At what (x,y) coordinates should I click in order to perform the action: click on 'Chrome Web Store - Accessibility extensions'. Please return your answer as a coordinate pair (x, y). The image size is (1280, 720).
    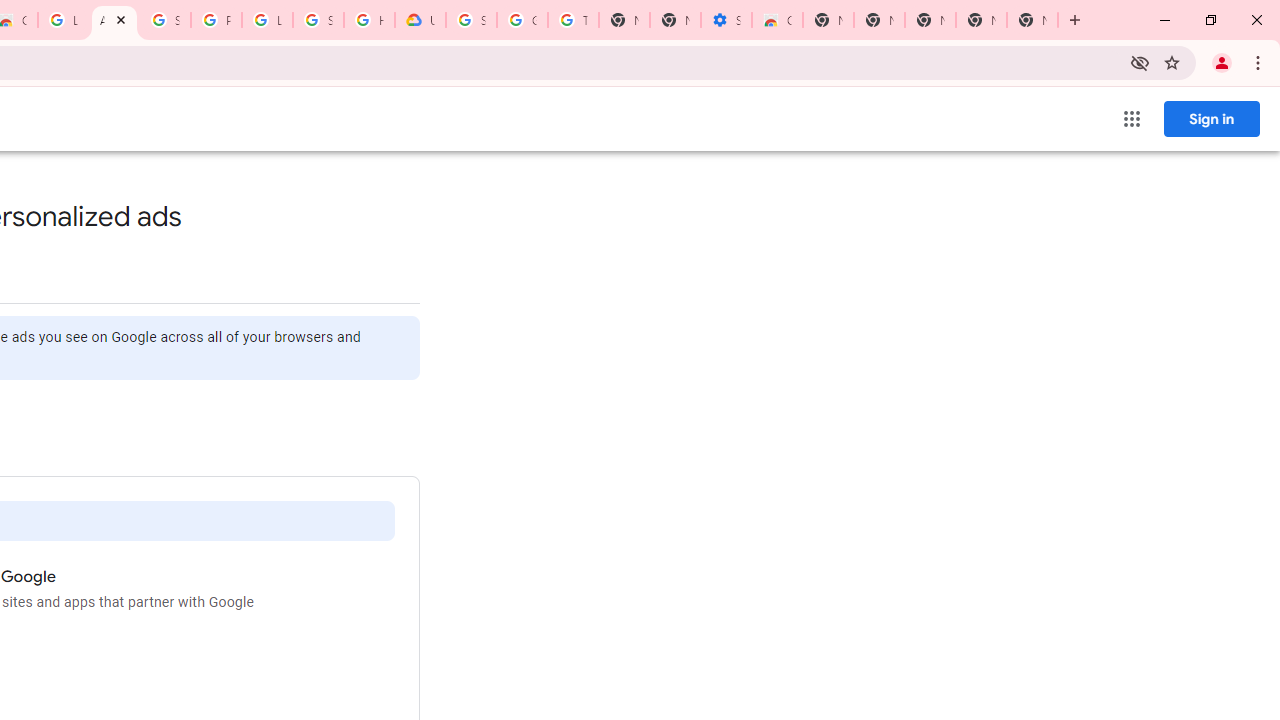
    Looking at the image, I should click on (775, 20).